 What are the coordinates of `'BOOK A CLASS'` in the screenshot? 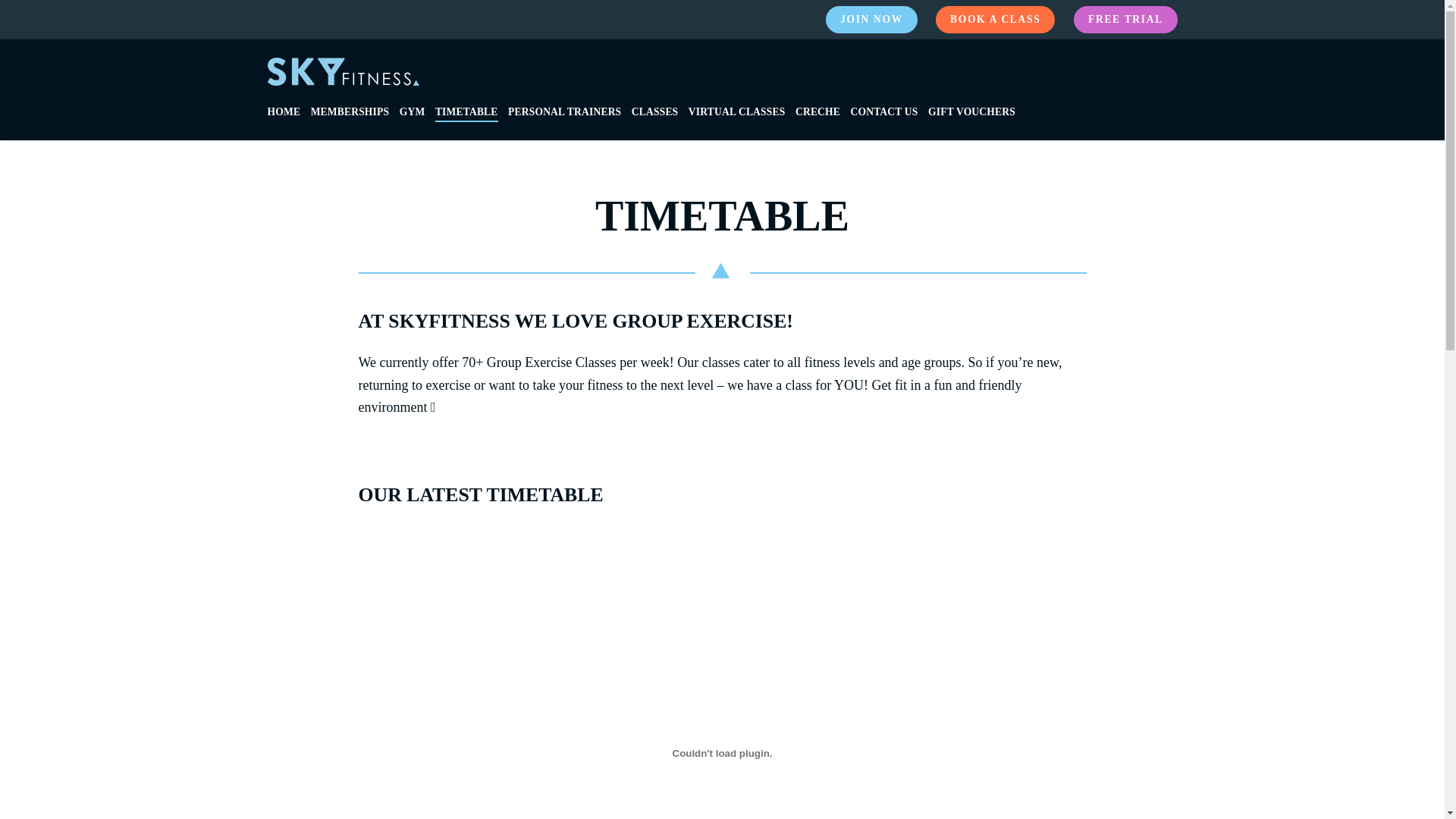 It's located at (934, 20).